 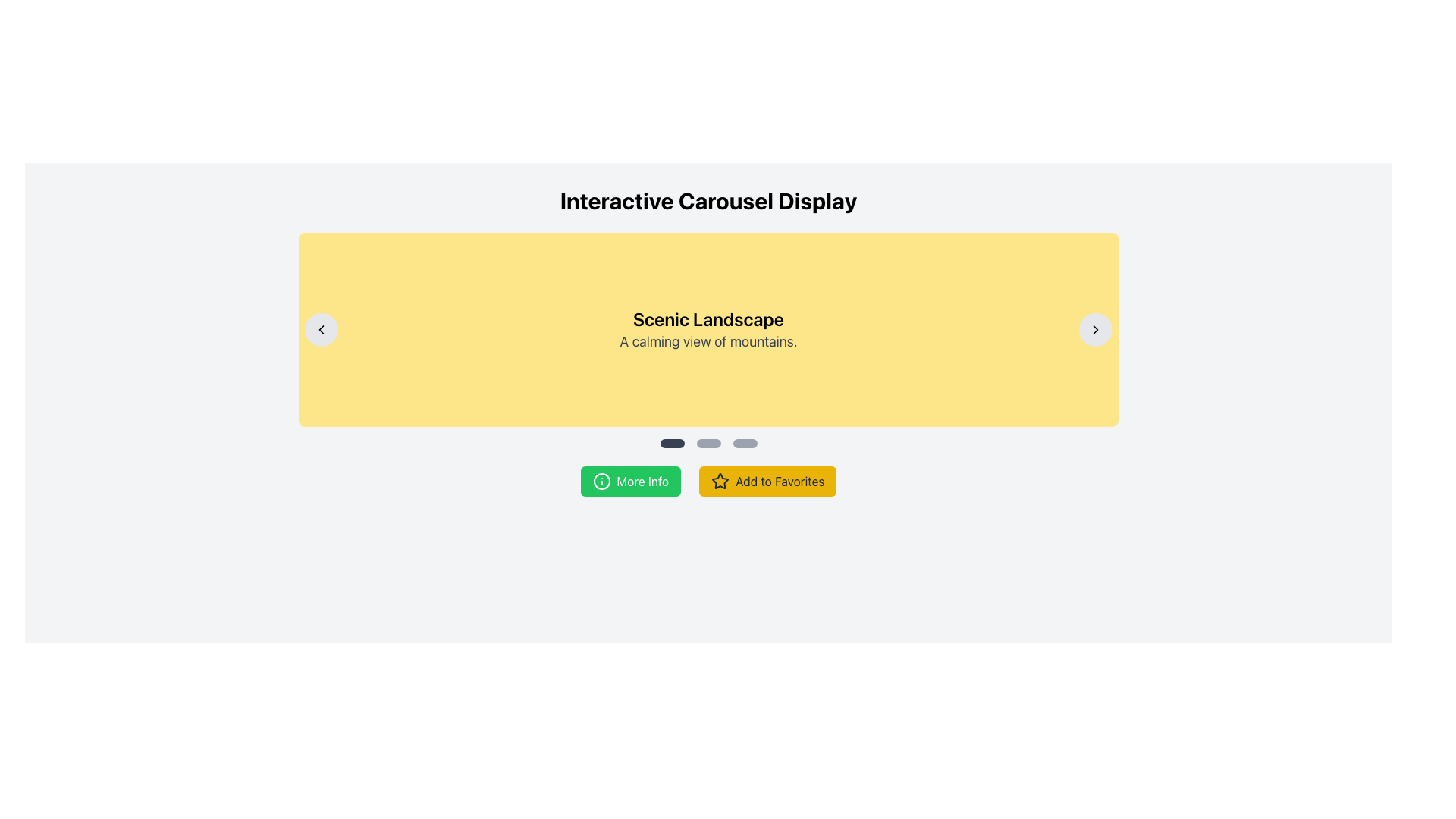 I want to click on the small circular 'info' icon within the green 'More Info' button located at the bottom center of the interface, so click(x=601, y=482).